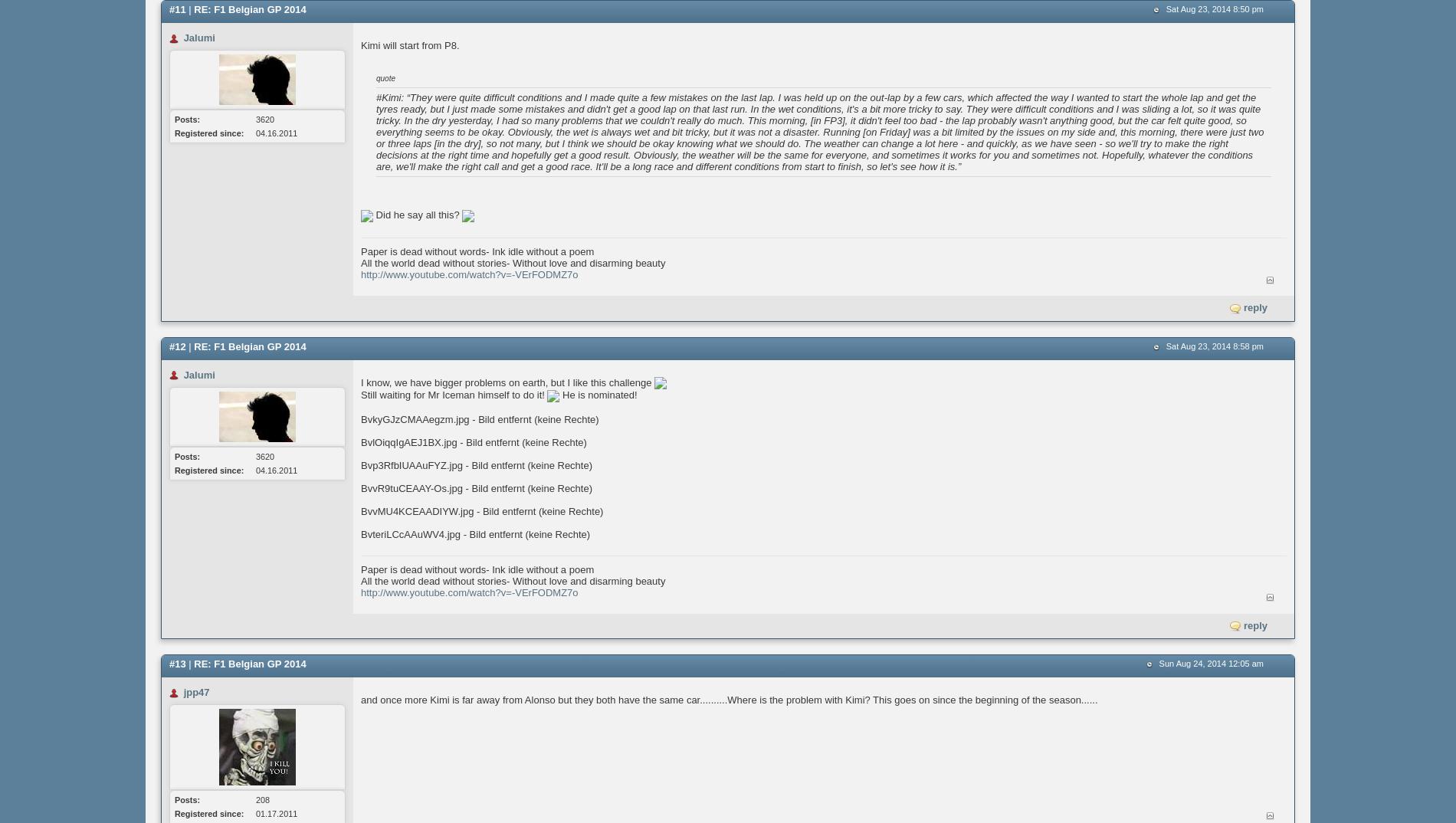 This screenshot has height=823, width=1456. I want to click on 'Sat Aug 23, 2014 8:58 pm', so click(1214, 344).